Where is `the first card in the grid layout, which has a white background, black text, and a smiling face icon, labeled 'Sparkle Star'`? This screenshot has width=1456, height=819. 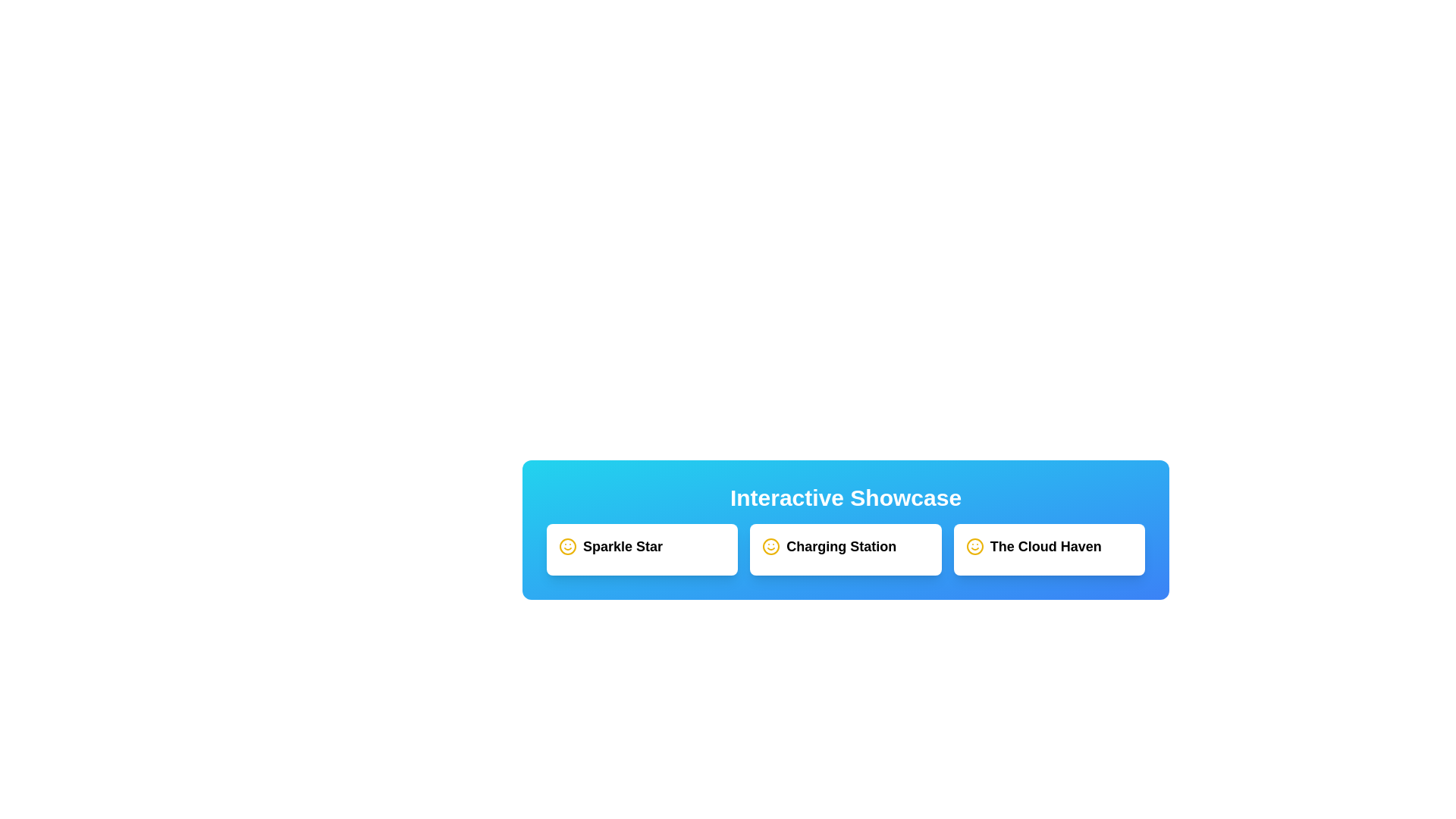
the first card in the grid layout, which has a white background, black text, and a smiling face icon, labeled 'Sparkle Star' is located at coordinates (642, 550).